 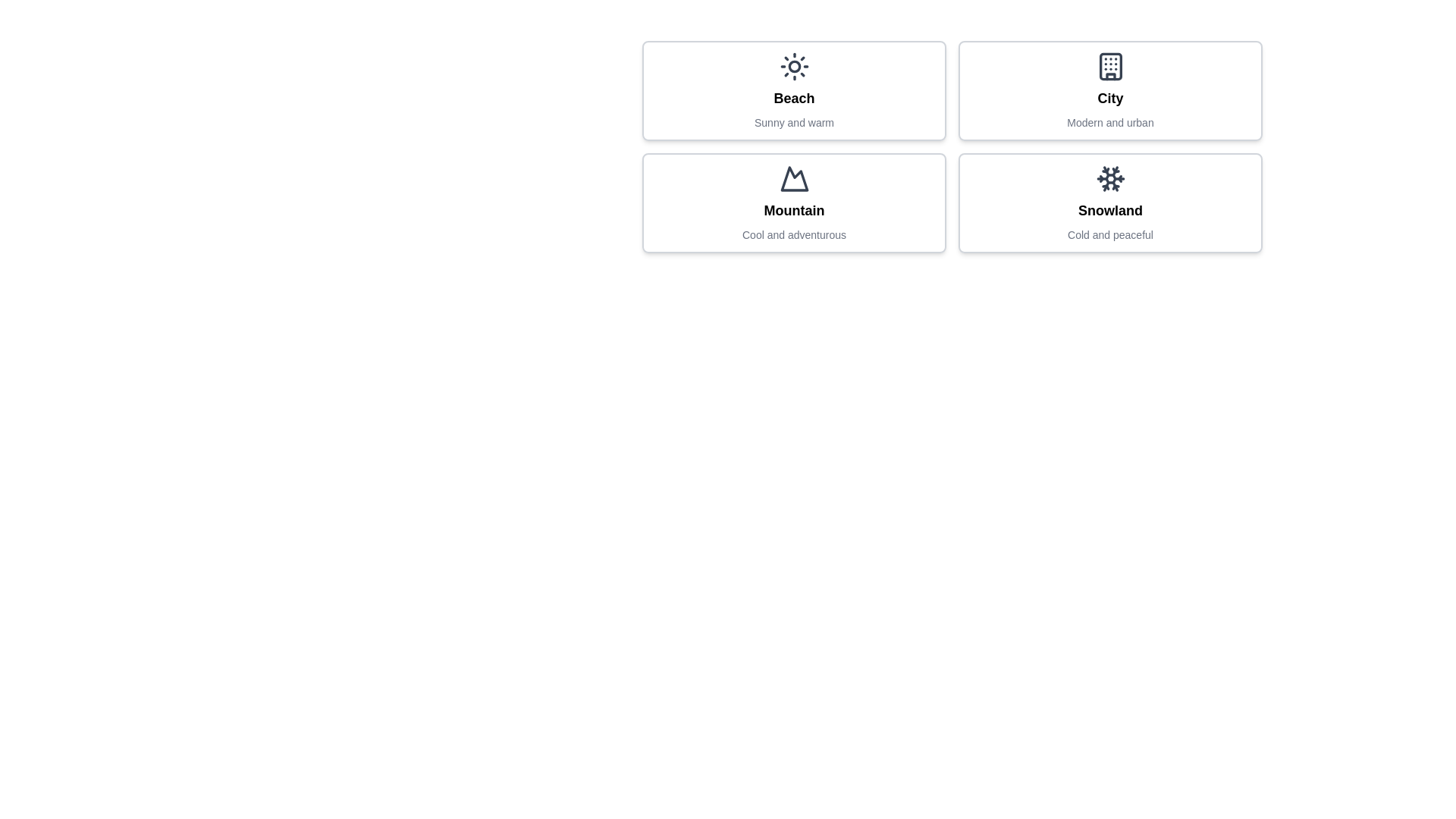 What do you see at coordinates (1110, 202) in the screenshot?
I see `the selectable card with a snowflake icon, titled 'Snowland', located in the second row, second column of the grid layout` at bounding box center [1110, 202].